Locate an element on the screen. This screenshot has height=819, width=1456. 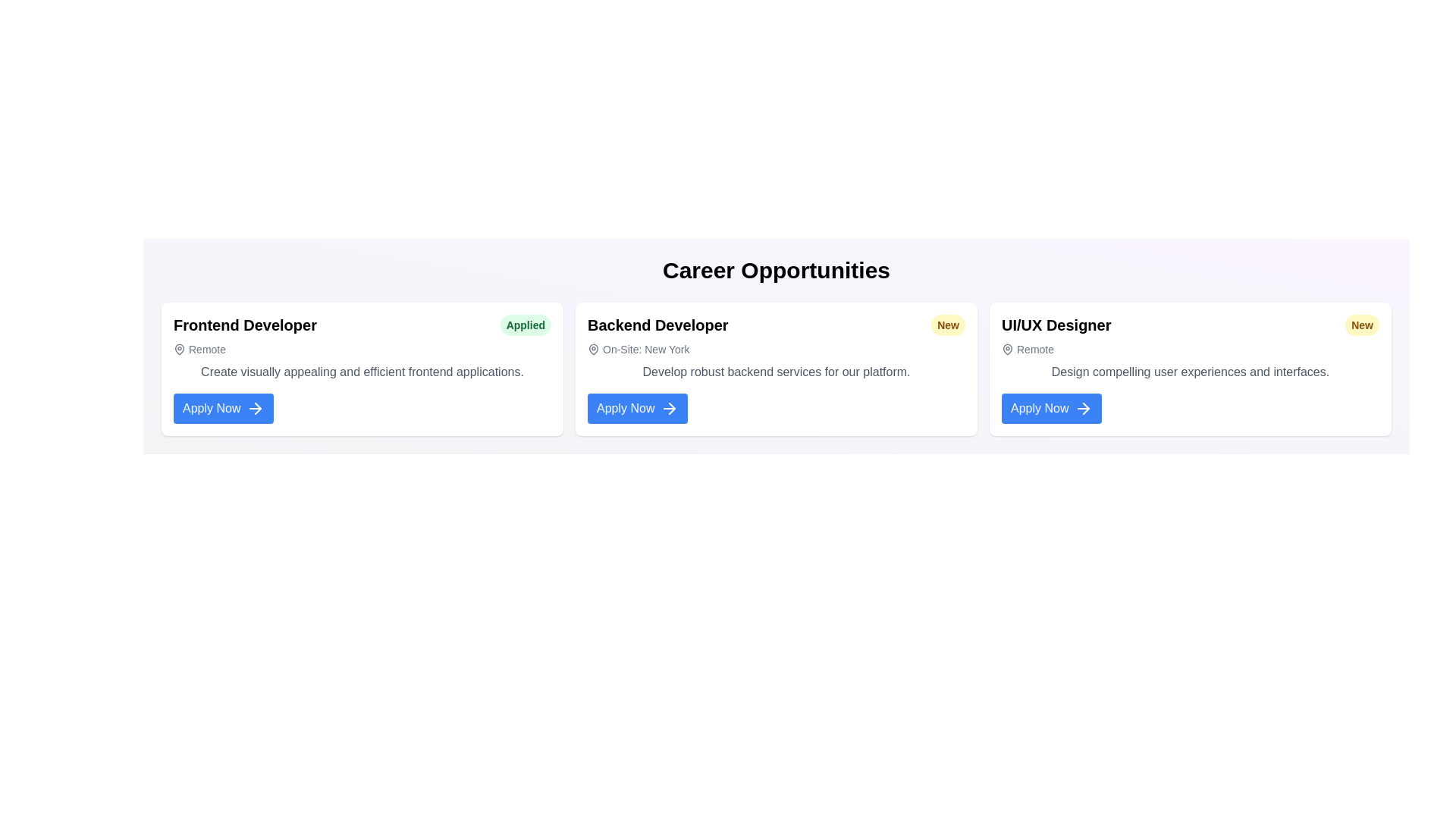
the rightward pointing arrow icon located next to the 'Apply Now' button in the first card under 'Frontend Developer' is located at coordinates (258, 408).